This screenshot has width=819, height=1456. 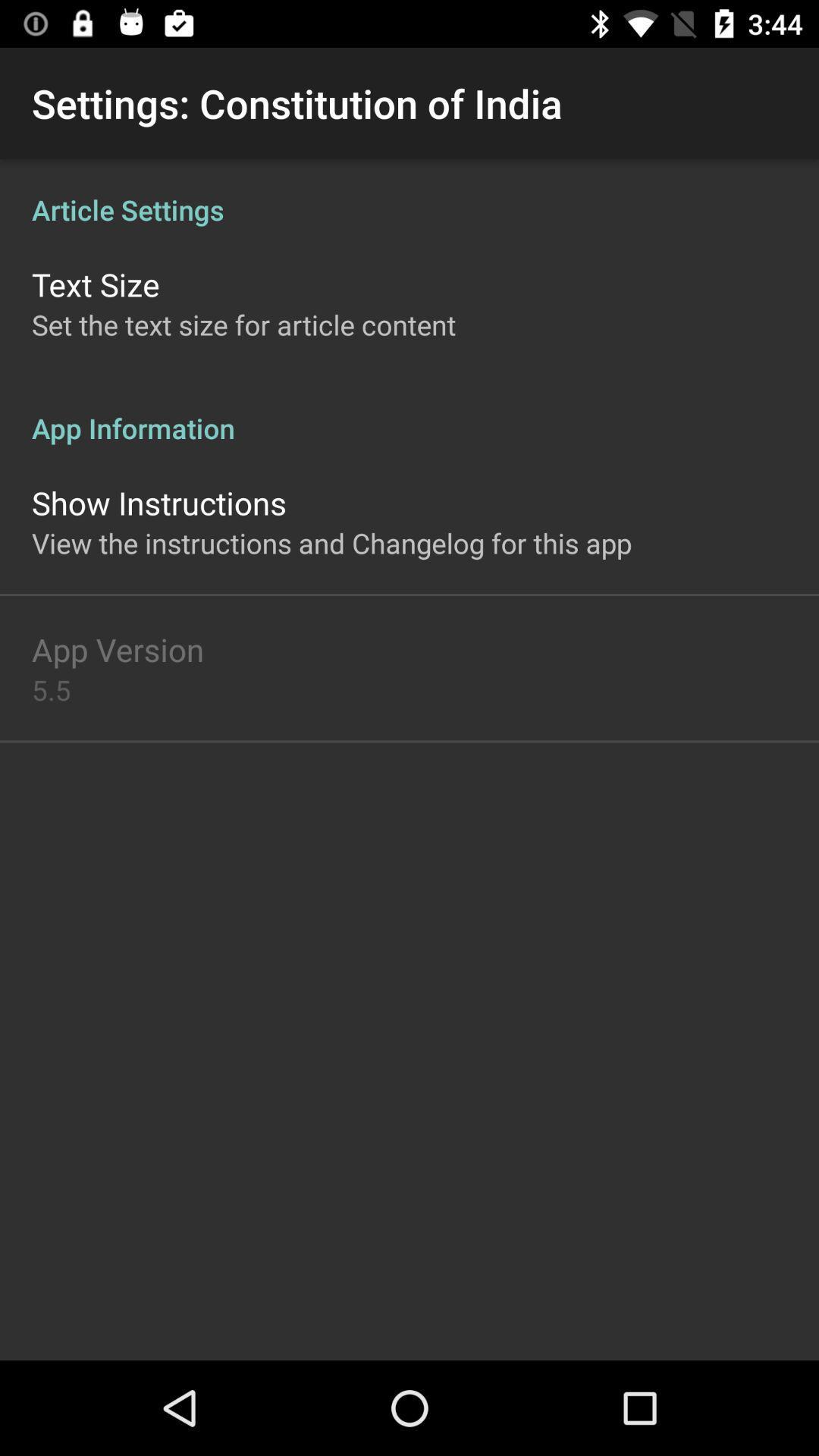 What do you see at coordinates (50, 689) in the screenshot?
I see `the icon below the app version item` at bounding box center [50, 689].